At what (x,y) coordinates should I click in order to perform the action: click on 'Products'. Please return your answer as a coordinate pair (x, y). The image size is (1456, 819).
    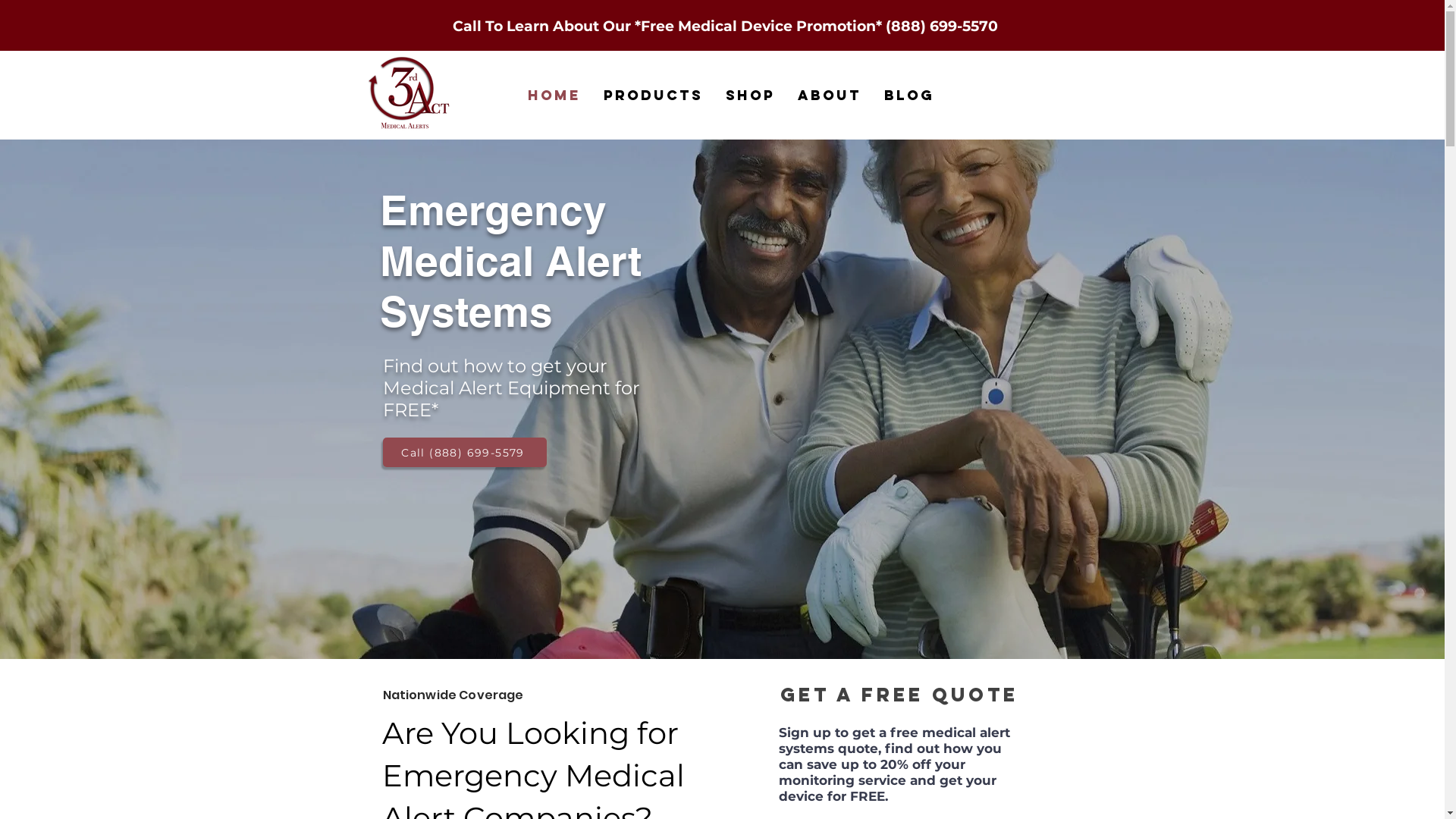
    Looking at the image, I should click on (652, 95).